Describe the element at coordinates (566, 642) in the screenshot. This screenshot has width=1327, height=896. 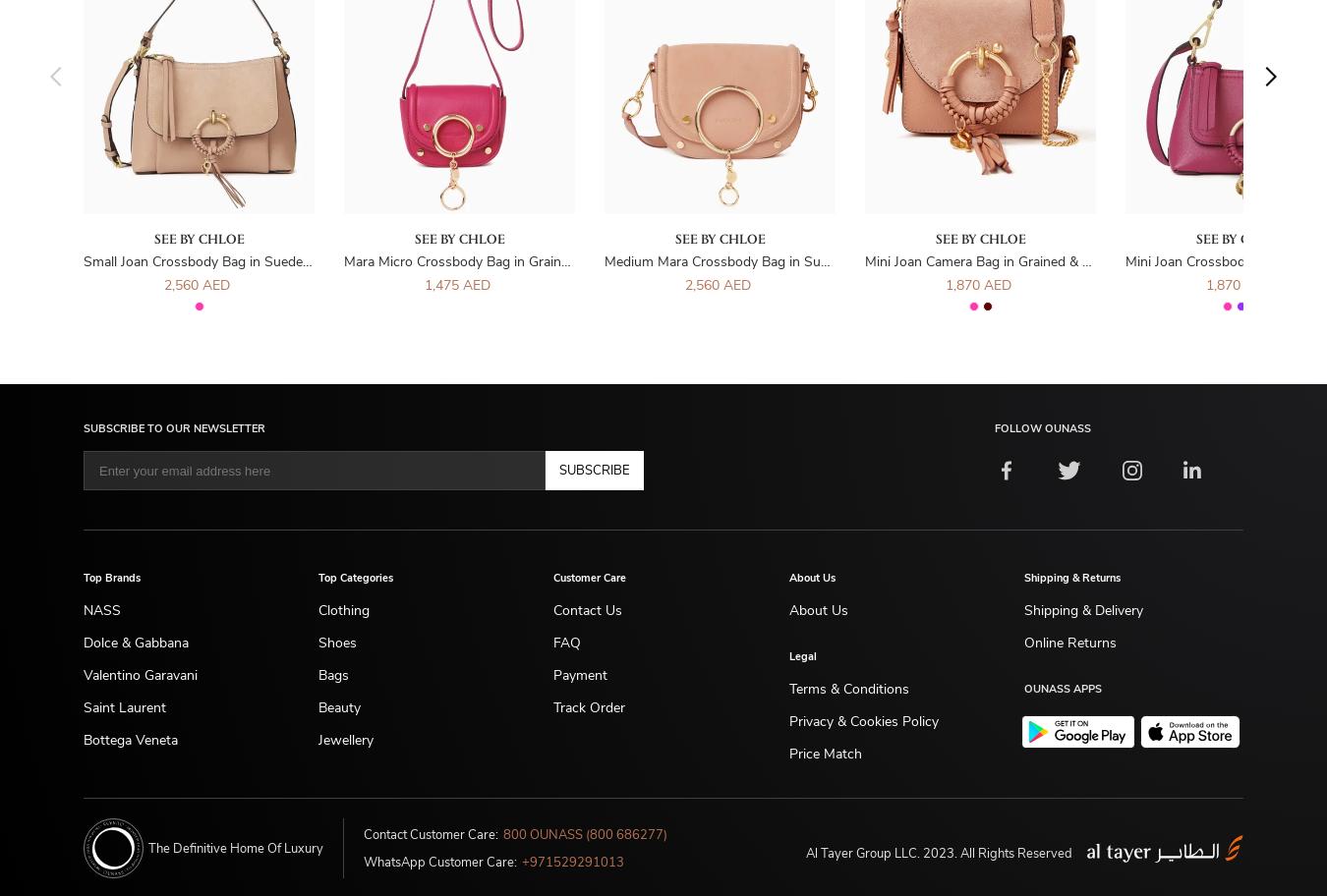
I see `'FAQ'` at that location.